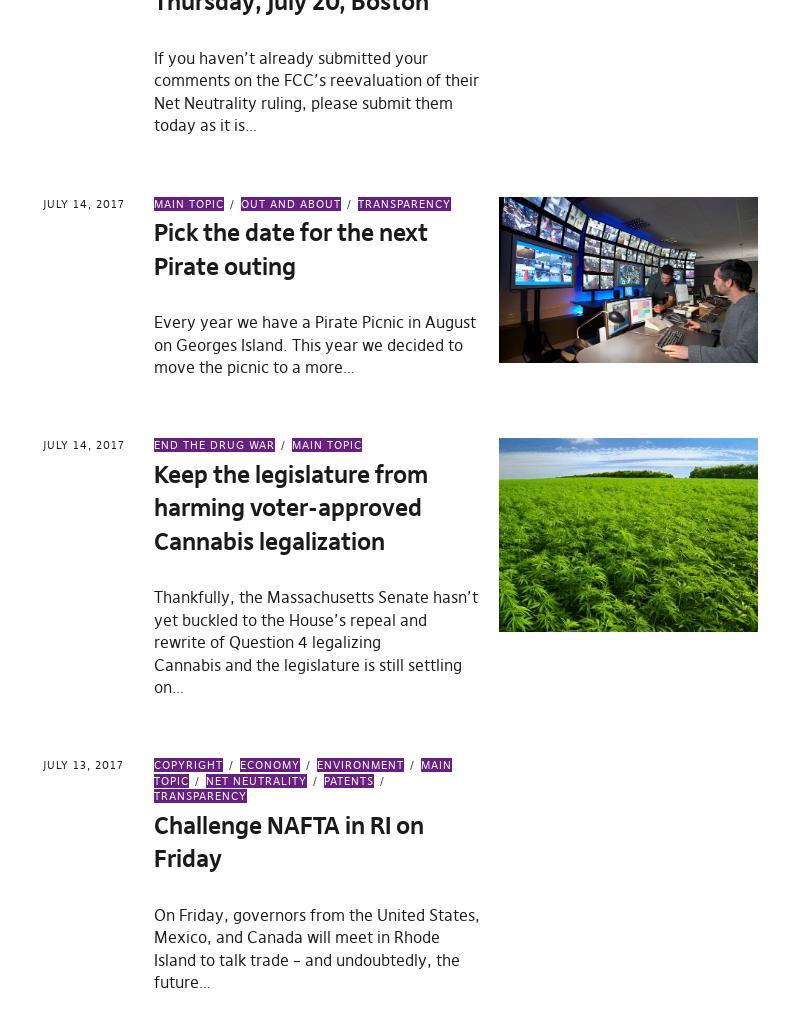 This screenshot has width=800, height=1010. I want to click on 'Keep the legislature from harming voter-approved Cannabis legalization', so click(291, 506).